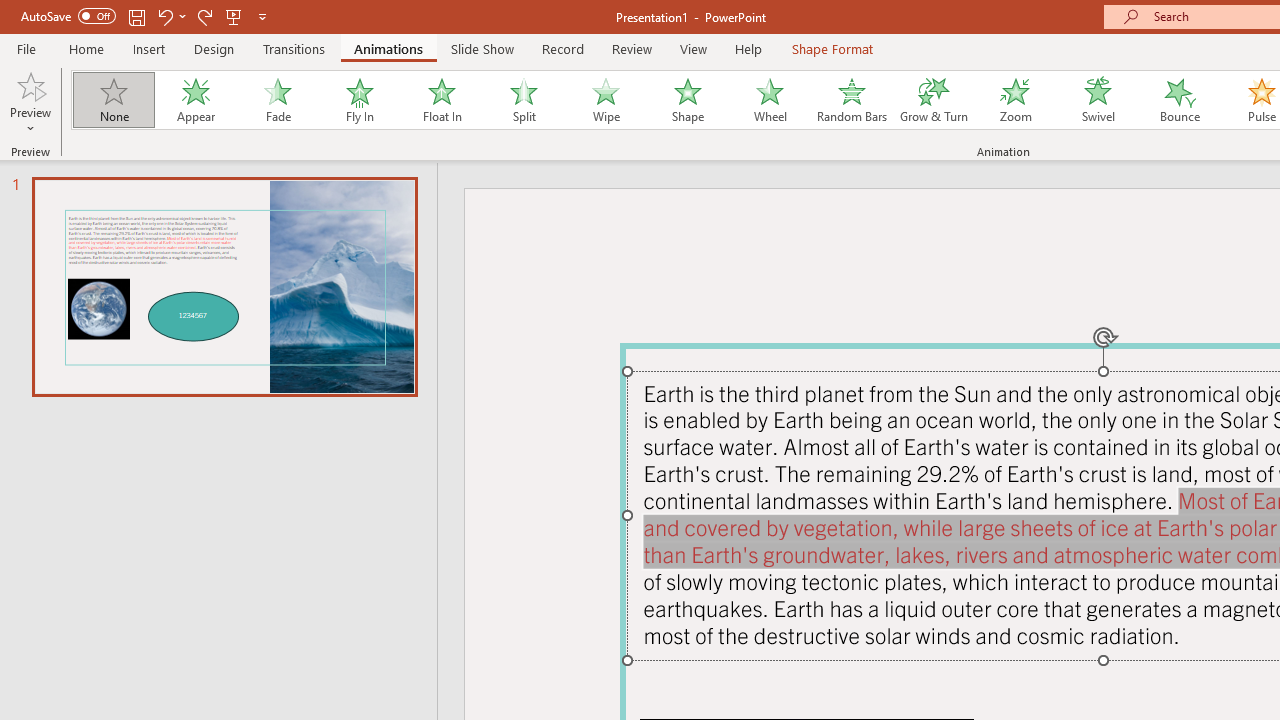  Describe the element at coordinates (262, 16) in the screenshot. I see `'Customize Quick Access Toolbar'` at that location.